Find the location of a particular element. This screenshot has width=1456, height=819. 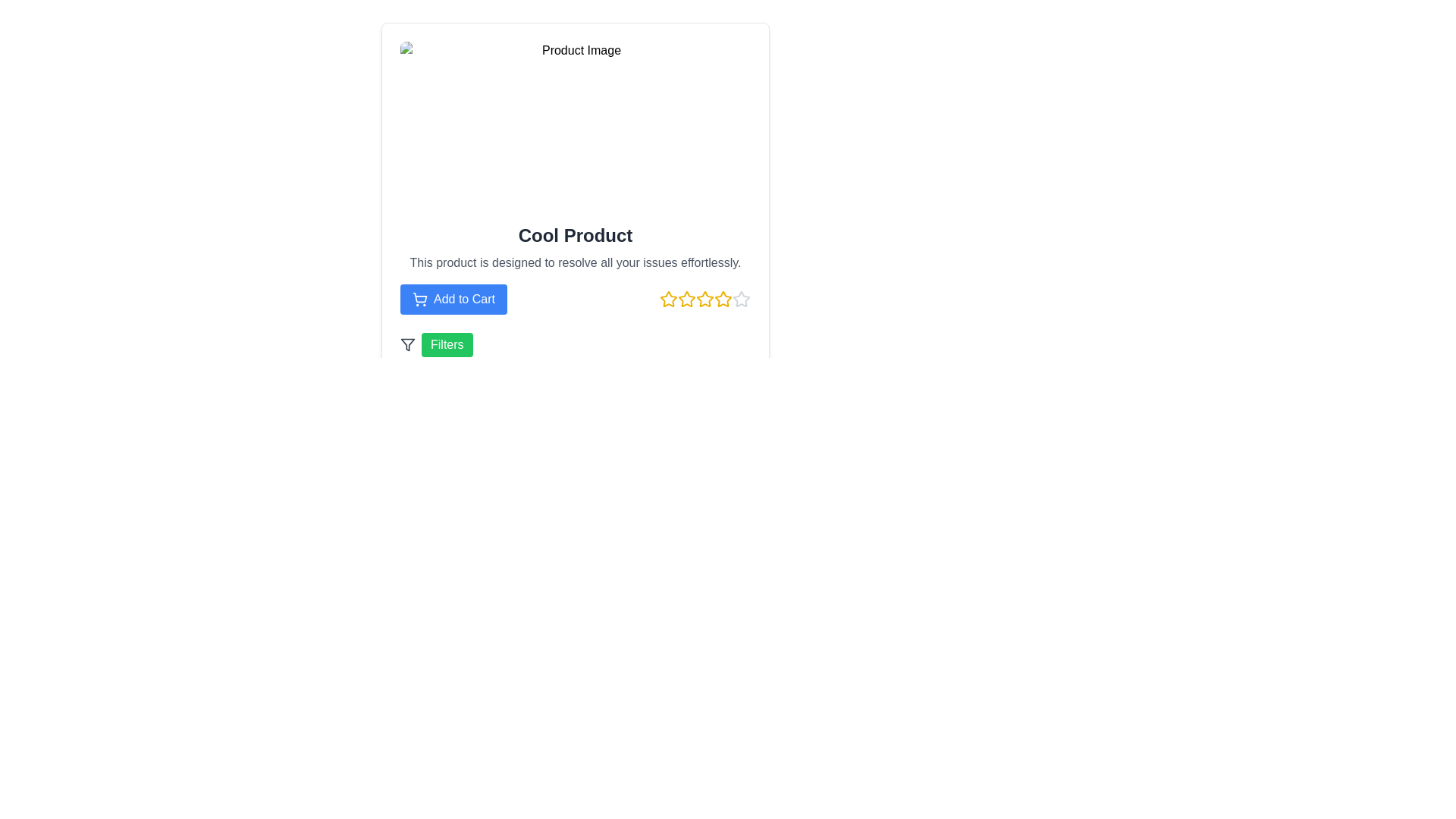

the fifth star icon in a row of six, which is filled with yellow color indicating an active state, located beneath the product description 'Cool Product' is located at coordinates (723, 299).